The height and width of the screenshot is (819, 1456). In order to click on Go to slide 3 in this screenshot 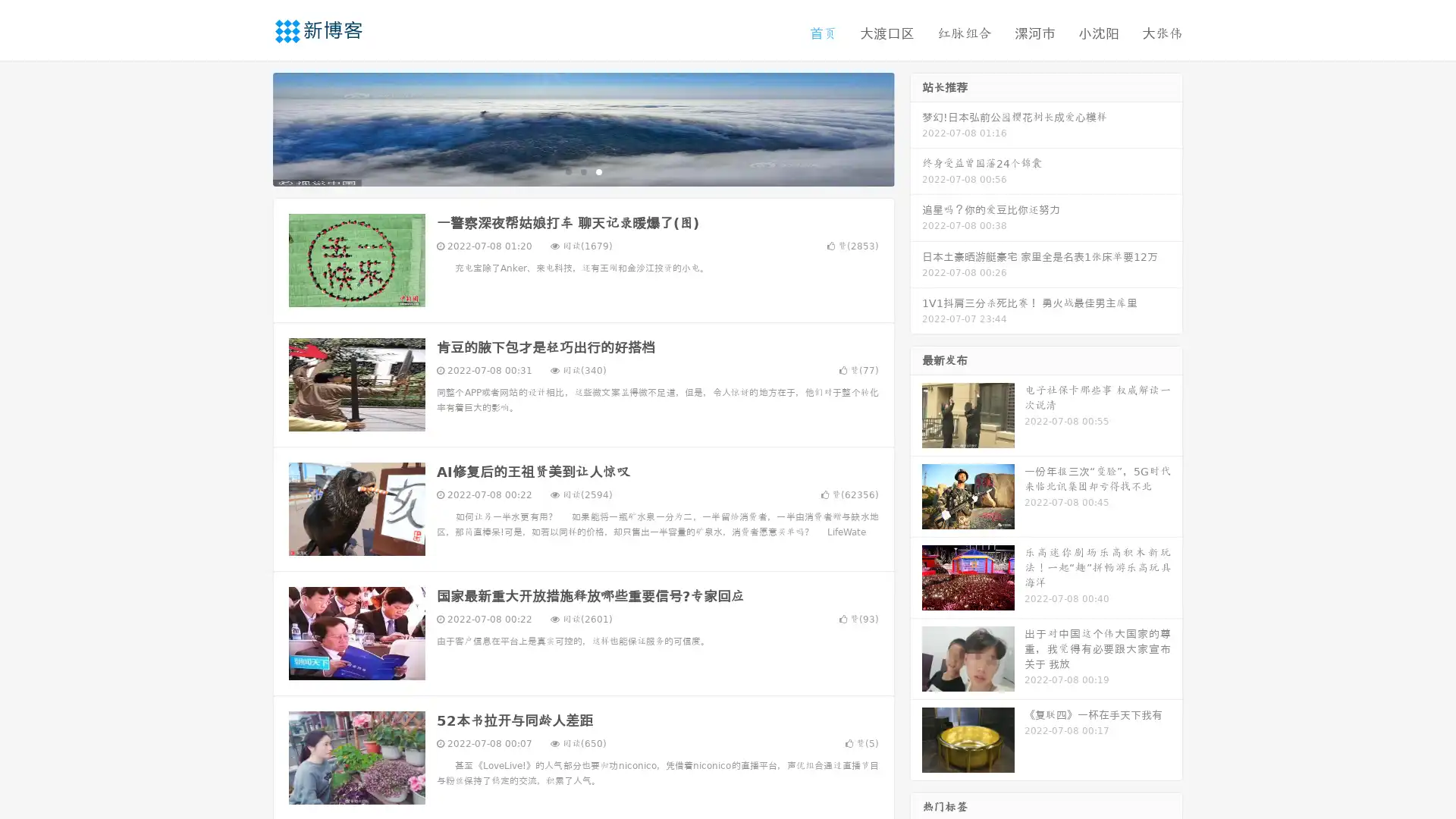, I will do `click(598, 171)`.